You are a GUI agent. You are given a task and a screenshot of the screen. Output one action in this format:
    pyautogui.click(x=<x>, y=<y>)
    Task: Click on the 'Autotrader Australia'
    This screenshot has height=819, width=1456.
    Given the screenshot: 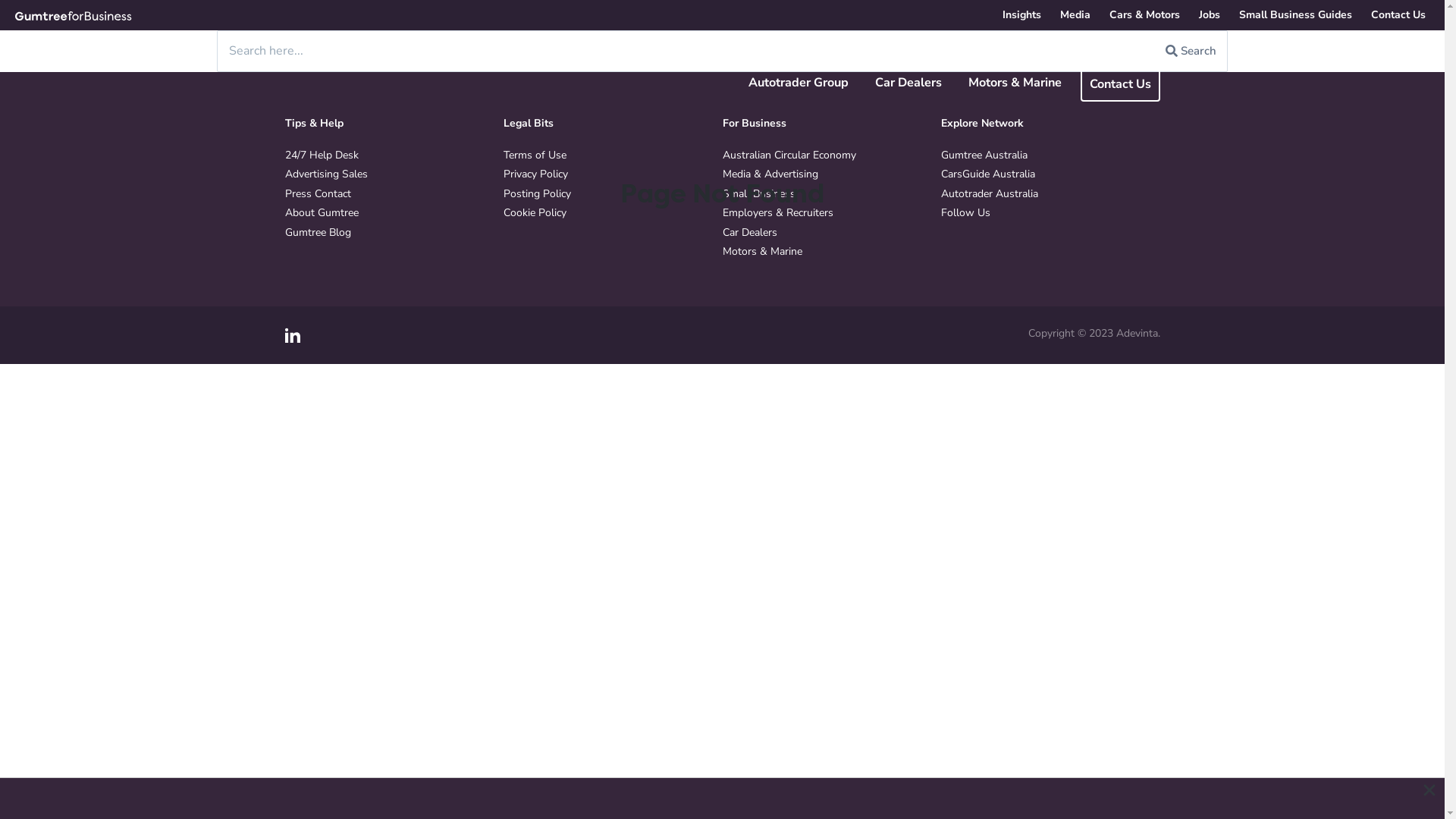 What is the action you would take?
    pyautogui.click(x=990, y=193)
    